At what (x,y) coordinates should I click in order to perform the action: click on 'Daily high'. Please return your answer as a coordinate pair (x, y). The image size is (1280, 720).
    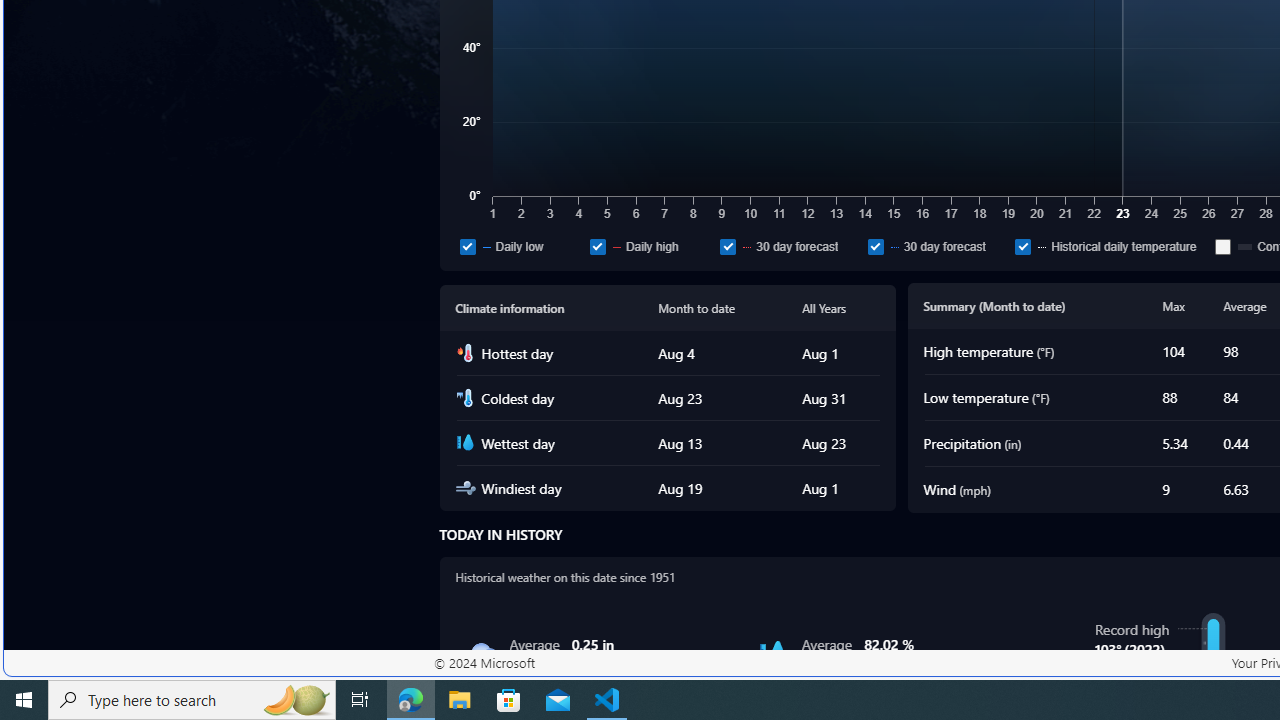
    Looking at the image, I should click on (650, 245).